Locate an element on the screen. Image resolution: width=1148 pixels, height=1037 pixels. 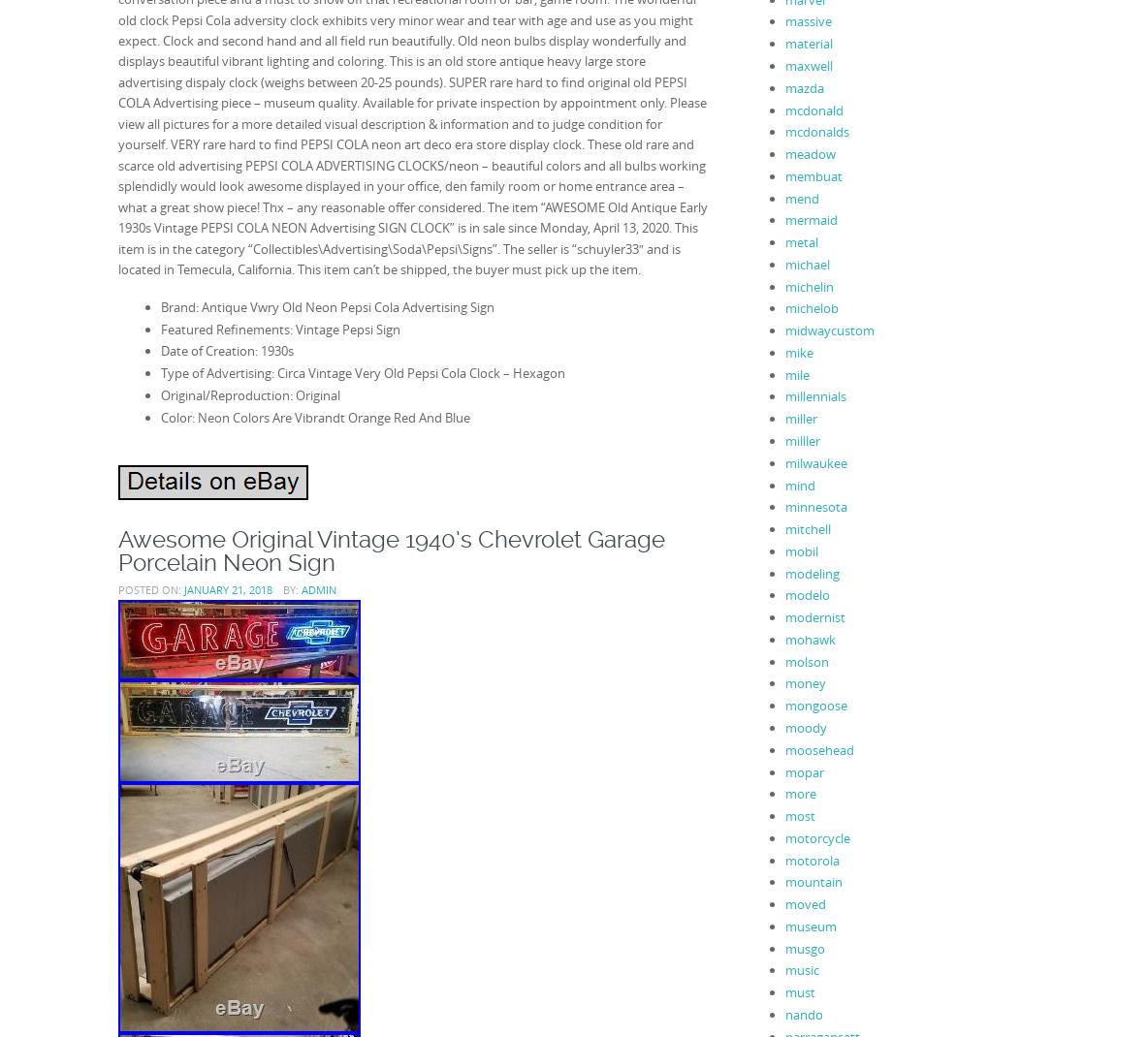
'maxwell' is located at coordinates (808, 65).